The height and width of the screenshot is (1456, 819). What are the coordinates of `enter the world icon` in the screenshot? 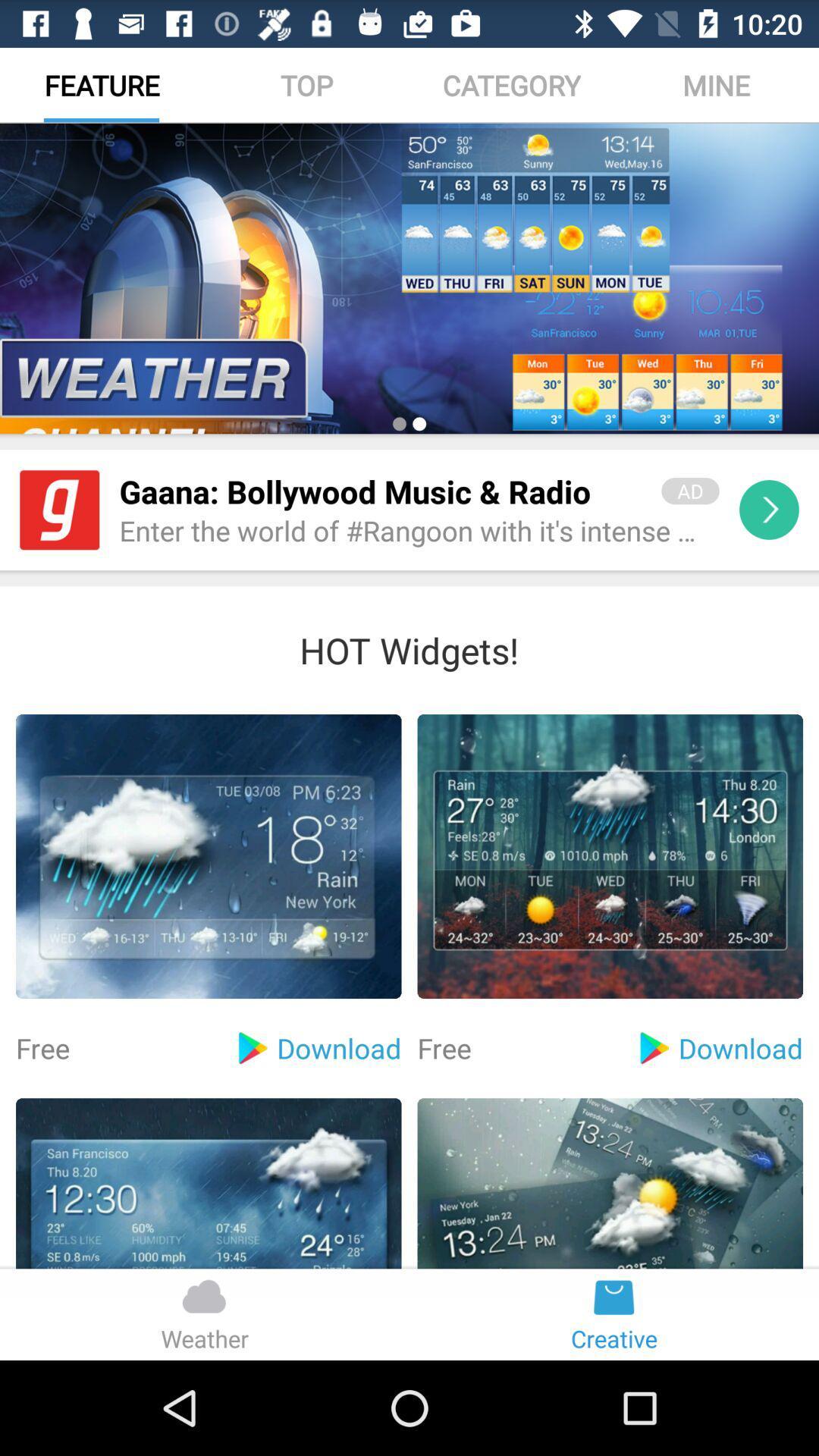 It's located at (419, 532).